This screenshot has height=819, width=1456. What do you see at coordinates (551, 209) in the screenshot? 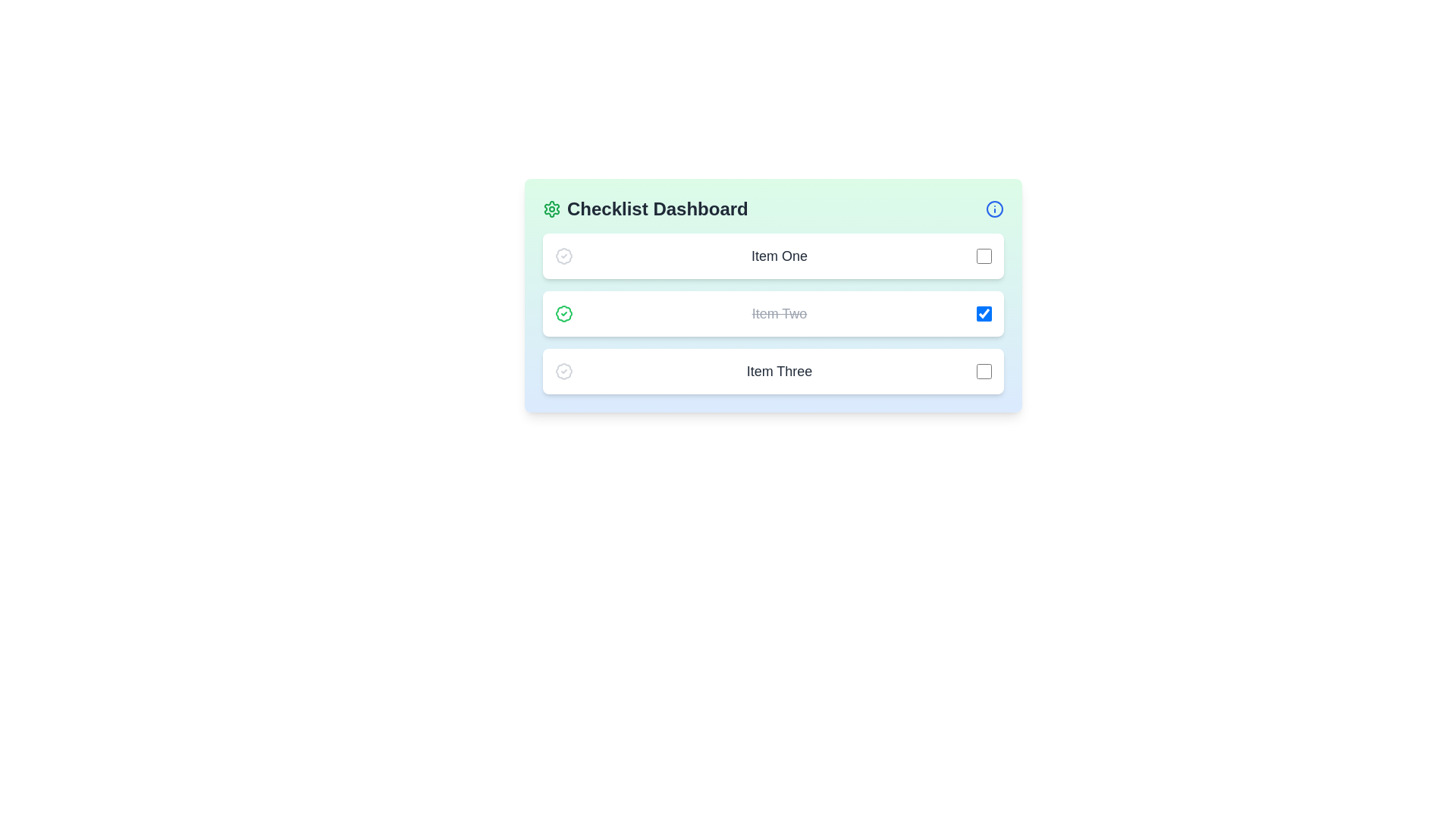
I see `the green cogwheel icon located in the header, to the left of the 'Checklist Dashboard' title` at bounding box center [551, 209].